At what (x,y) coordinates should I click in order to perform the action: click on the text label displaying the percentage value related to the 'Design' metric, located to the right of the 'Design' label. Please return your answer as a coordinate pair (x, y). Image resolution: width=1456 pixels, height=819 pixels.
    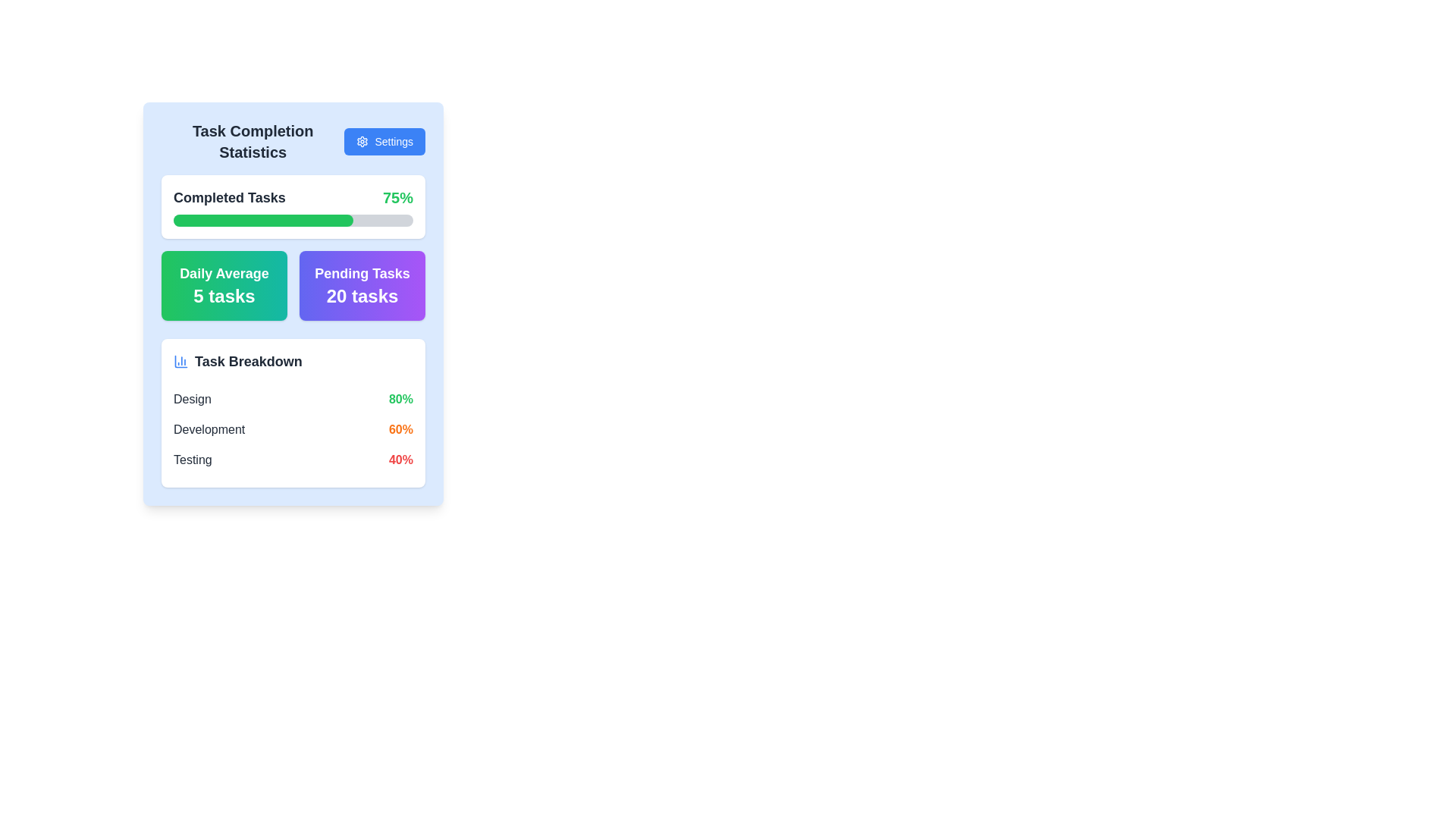
    Looking at the image, I should click on (400, 399).